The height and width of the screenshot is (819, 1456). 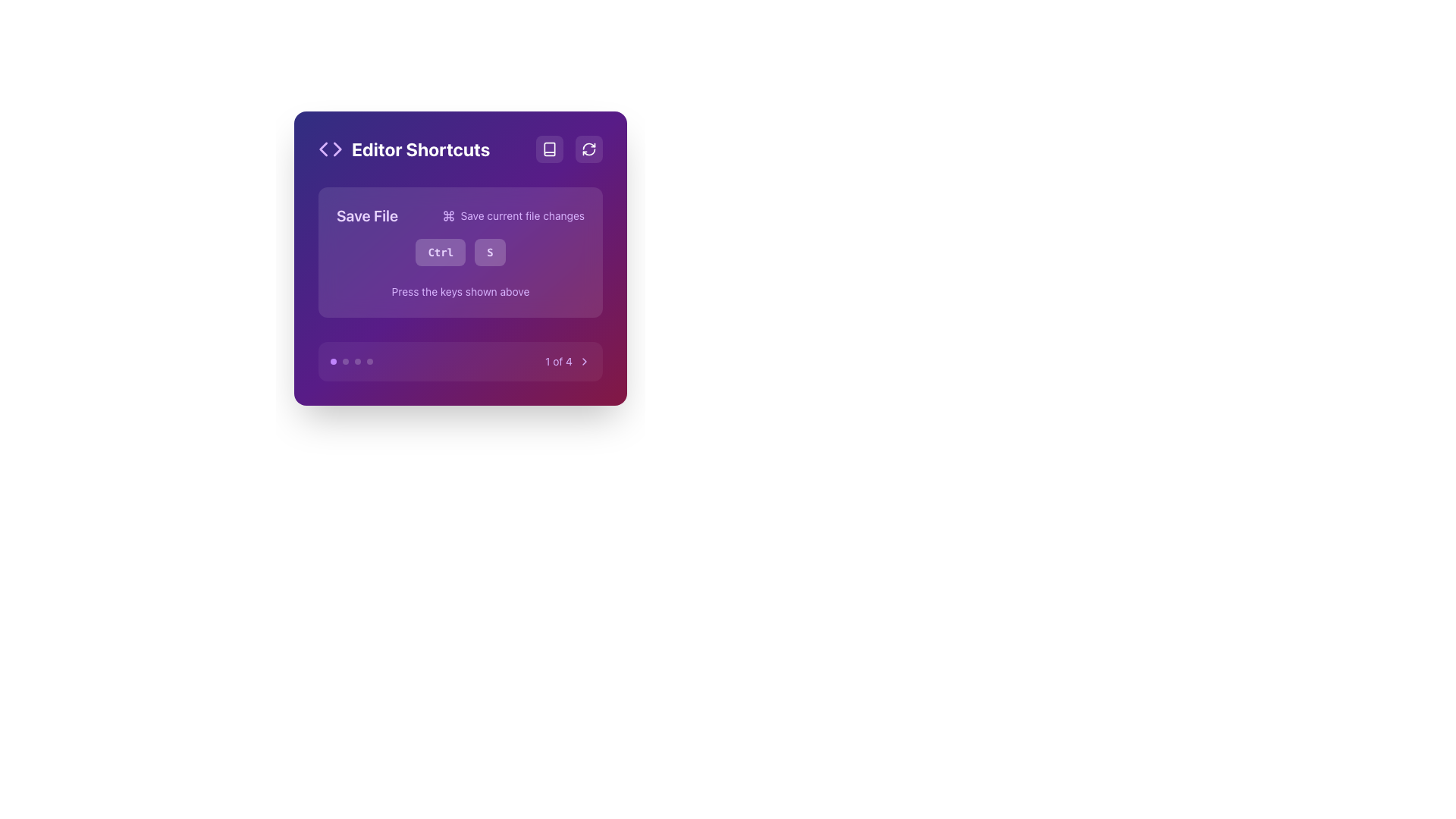 I want to click on the first circular indicator of the progress indicator located in the lower-left corner of the widget displaying shortcuts, which is highlighted in purple, so click(x=351, y=362).